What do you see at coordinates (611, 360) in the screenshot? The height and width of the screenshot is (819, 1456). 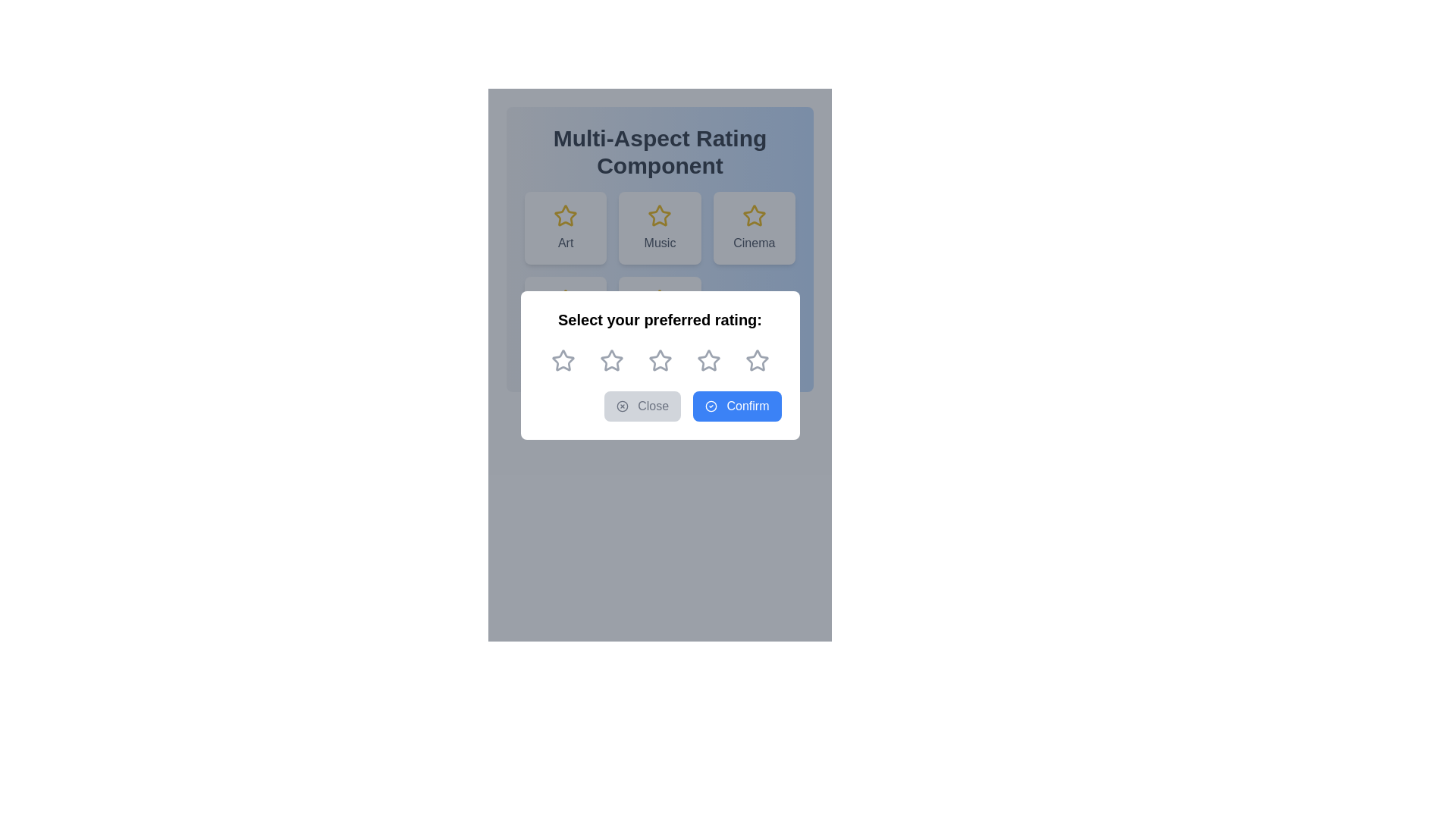 I see `the second star in the five-star rating system` at bounding box center [611, 360].